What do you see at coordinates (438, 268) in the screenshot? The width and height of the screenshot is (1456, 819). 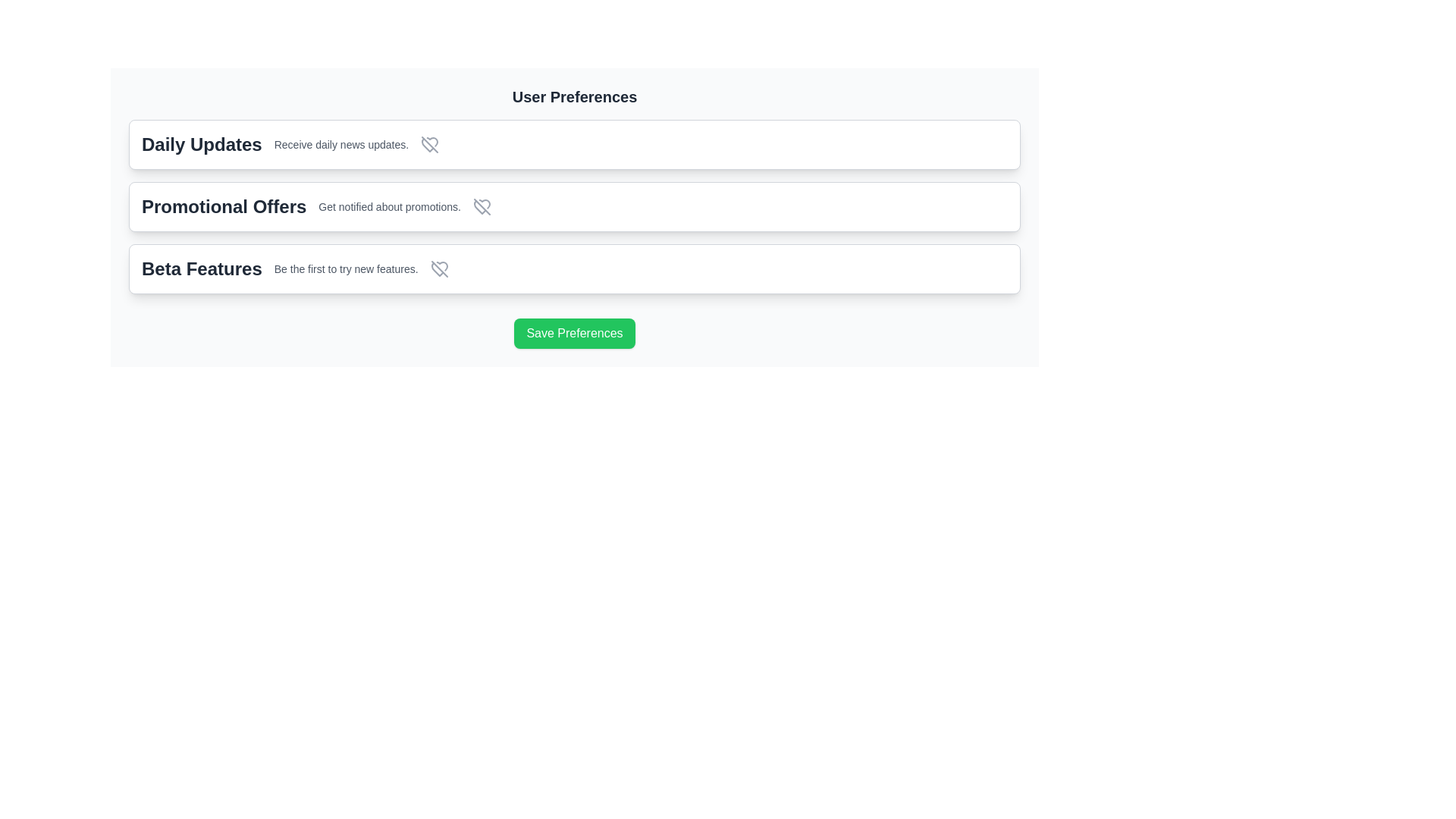 I see `the SVG Icon located in the 'Beta Features' section, to the right of the text 'Be the first to try new features.'` at bounding box center [438, 268].